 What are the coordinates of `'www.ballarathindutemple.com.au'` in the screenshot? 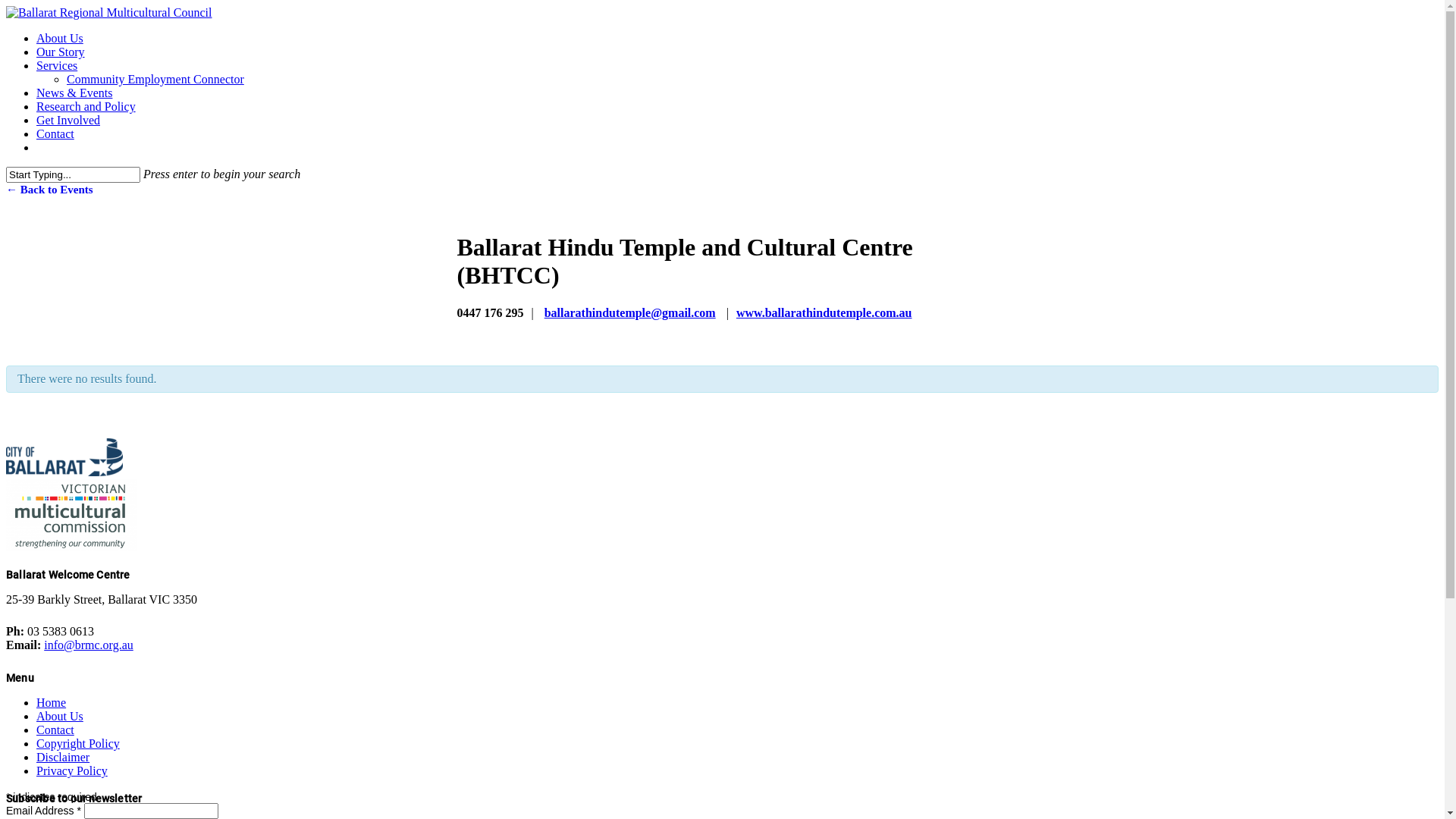 It's located at (736, 312).